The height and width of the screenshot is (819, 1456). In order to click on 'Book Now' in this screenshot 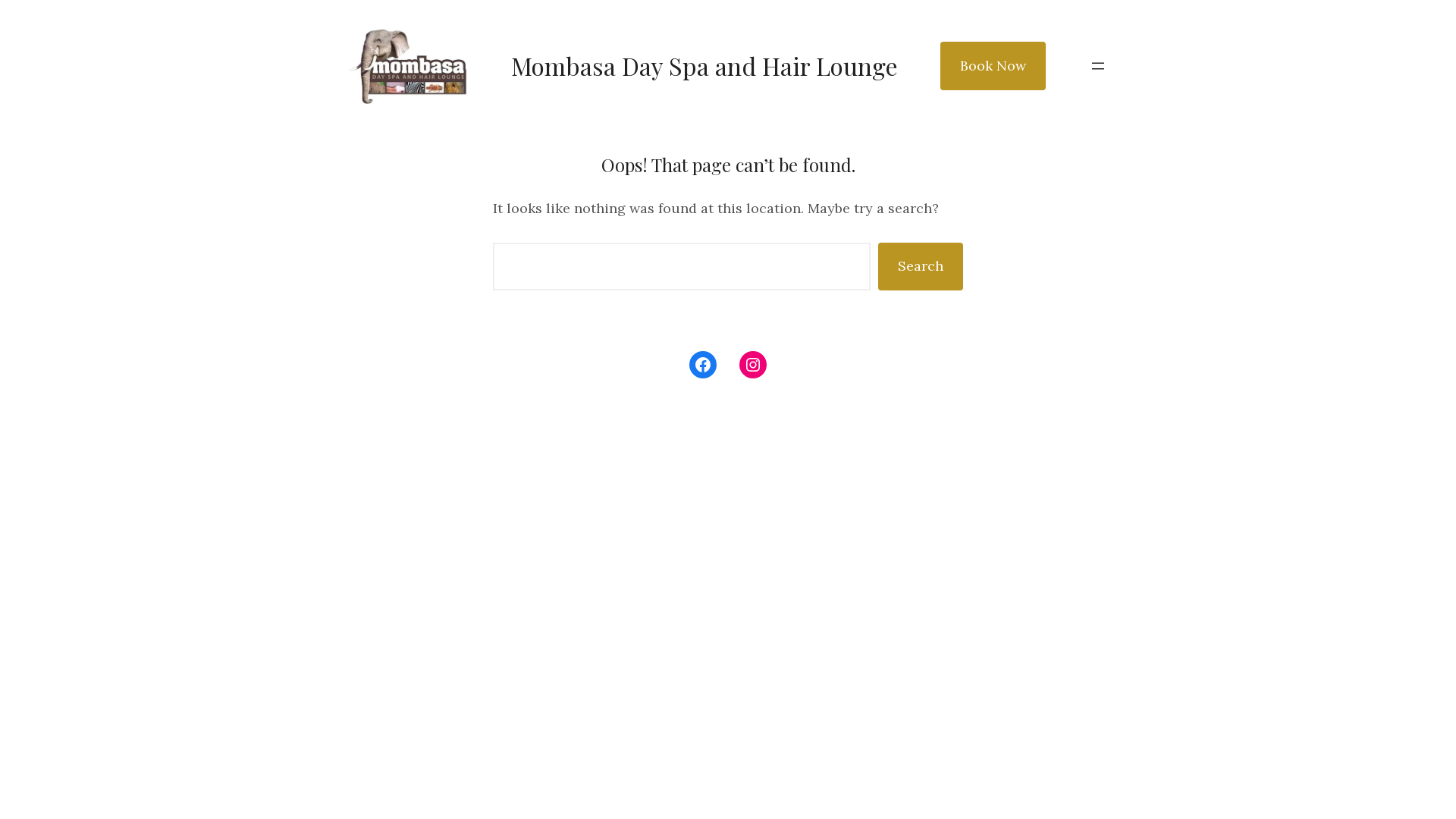, I will do `click(993, 65)`.